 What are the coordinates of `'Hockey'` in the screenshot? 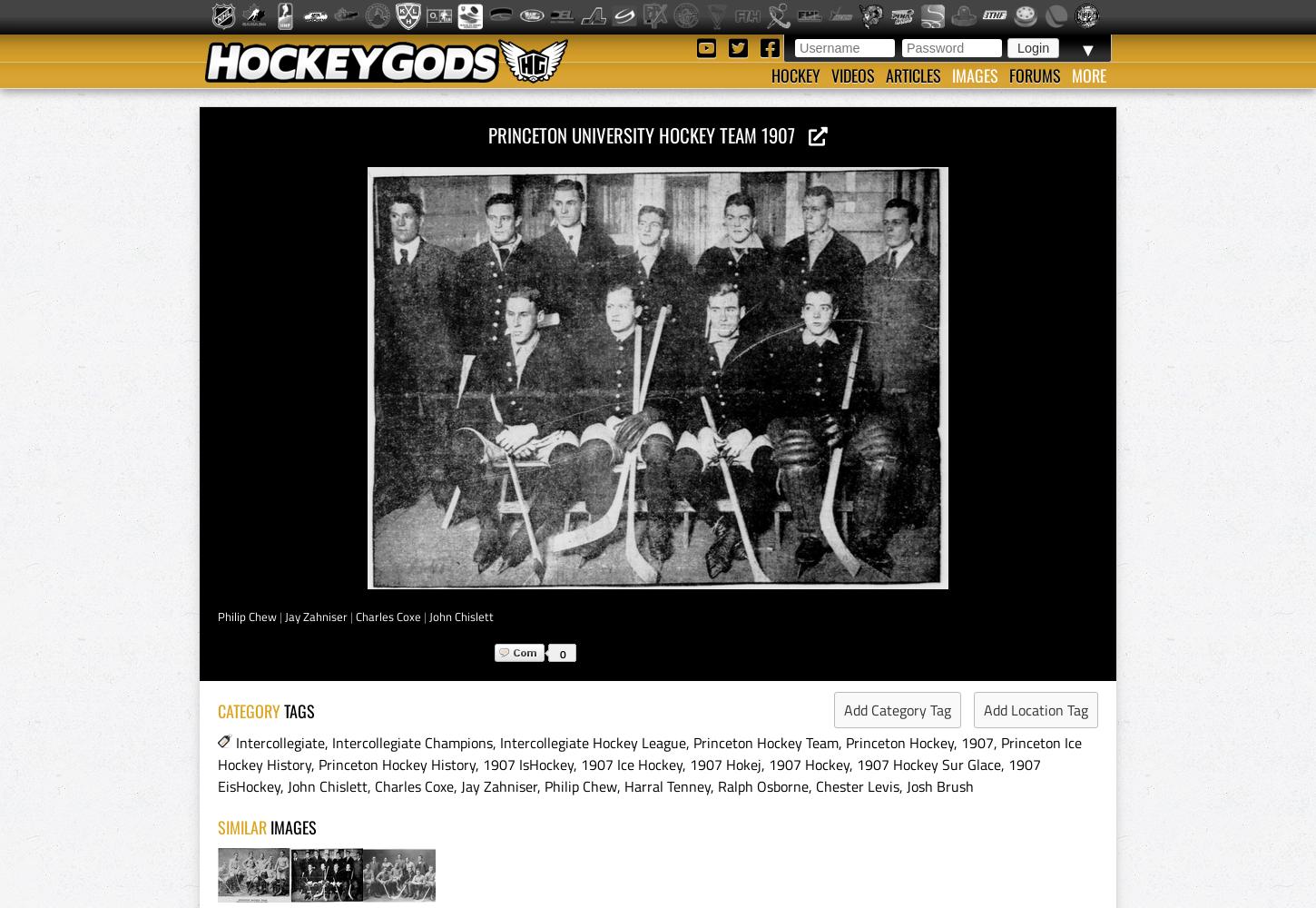 It's located at (794, 74).